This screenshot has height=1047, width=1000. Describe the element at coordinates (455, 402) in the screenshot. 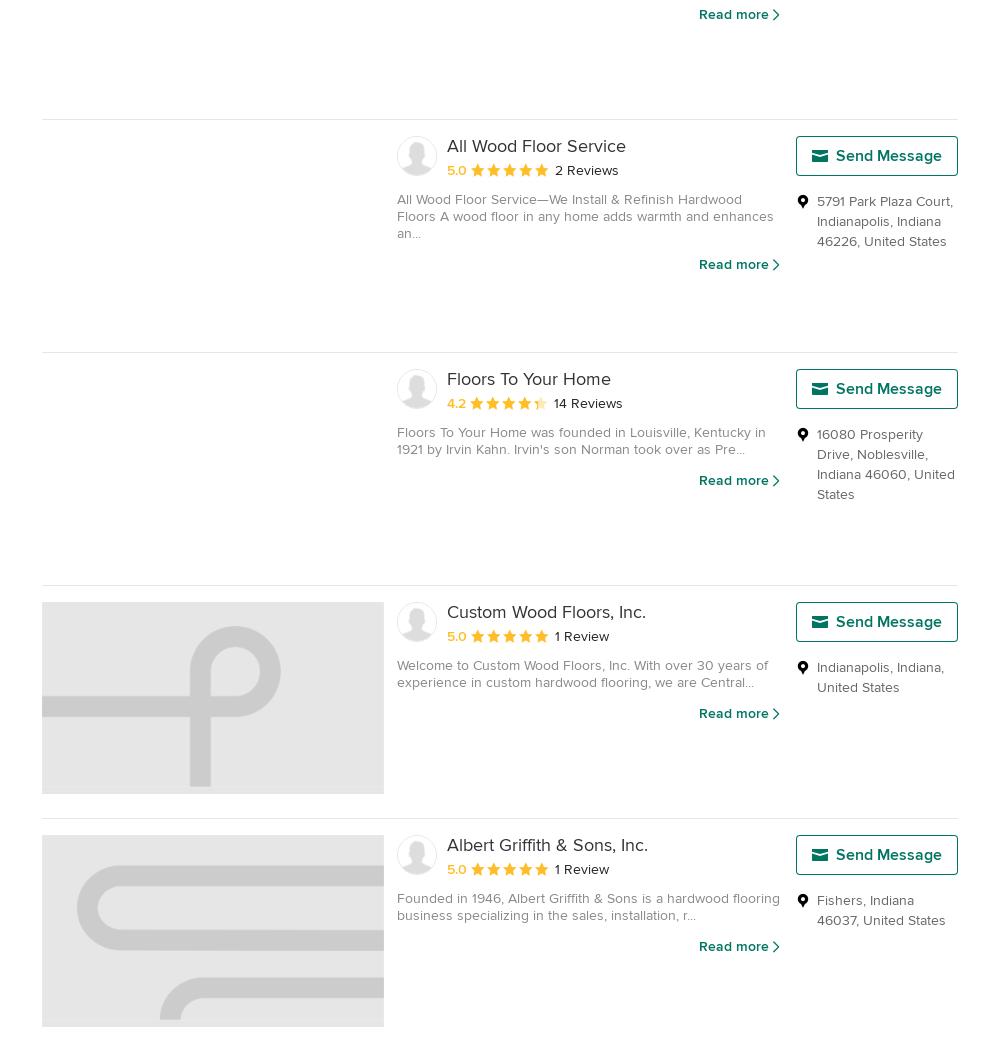

I see `'4.2'` at that location.